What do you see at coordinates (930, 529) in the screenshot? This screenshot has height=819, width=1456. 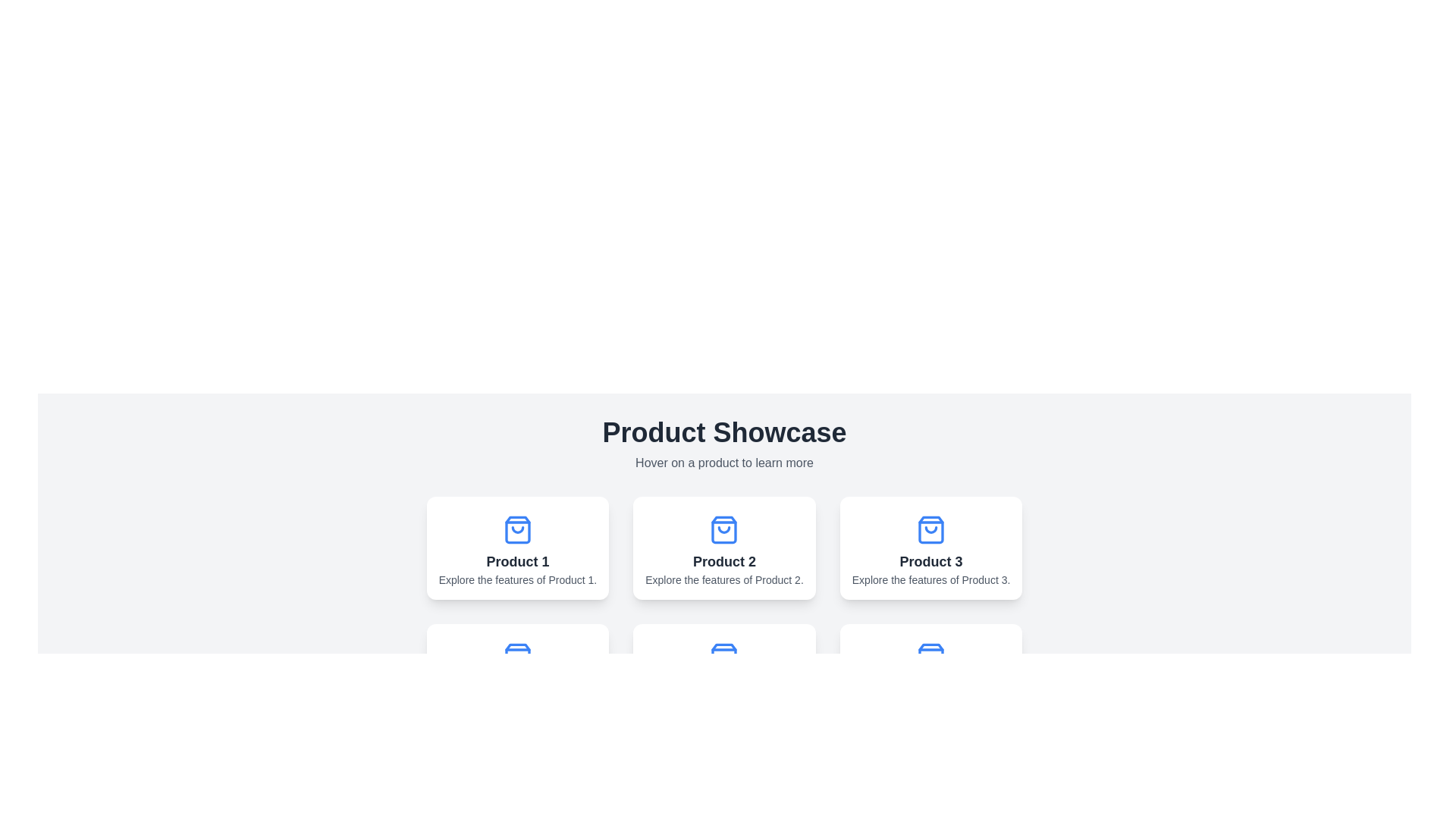 I see `the decorative shopping bag icon for 'Product 3'` at bounding box center [930, 529].